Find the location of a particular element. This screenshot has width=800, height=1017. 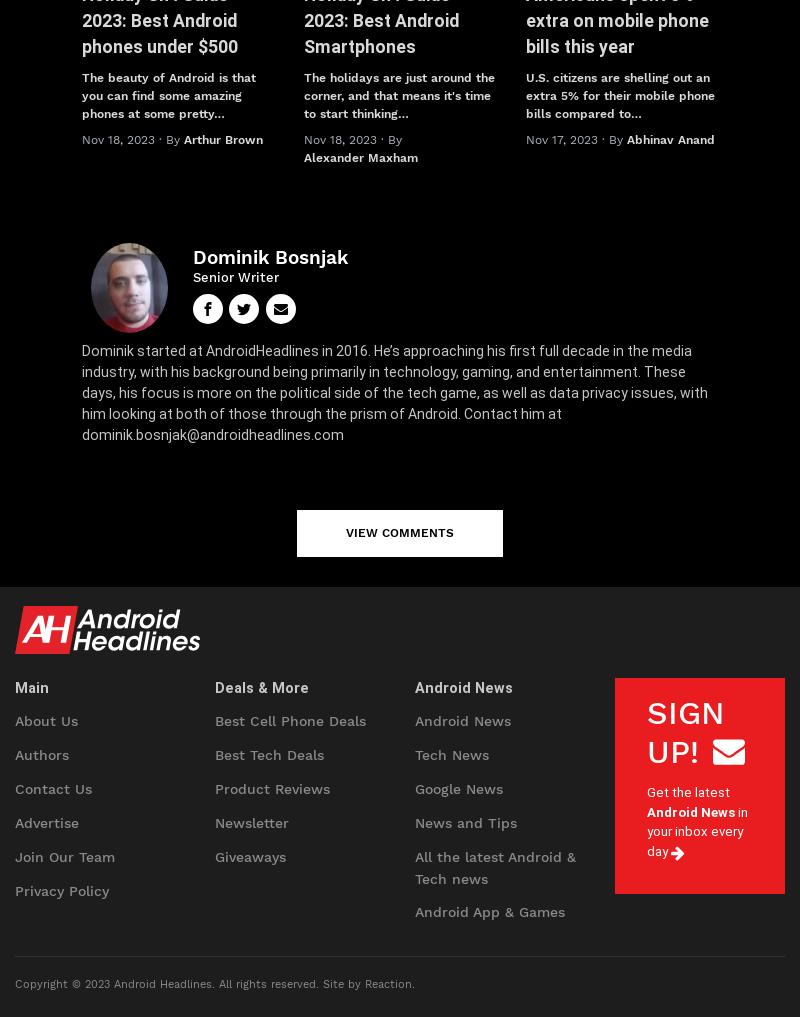

'All the latest Android & Tech news' is located at coordinates (495, 866).